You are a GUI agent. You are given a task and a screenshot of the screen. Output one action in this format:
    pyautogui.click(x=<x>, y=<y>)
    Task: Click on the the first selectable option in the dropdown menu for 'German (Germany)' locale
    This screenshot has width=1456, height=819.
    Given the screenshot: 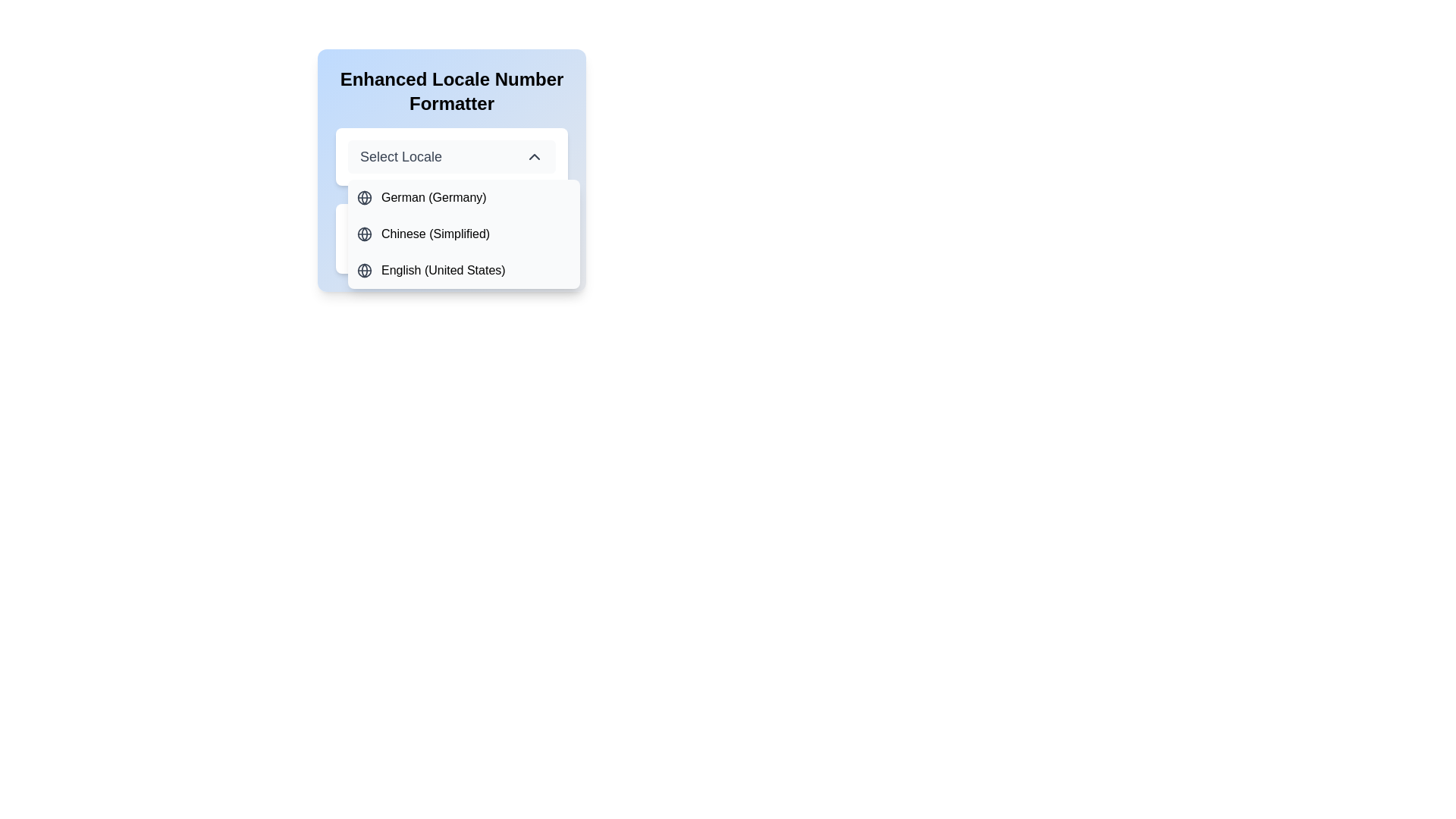 What is the action you would take?
    pyautogui.click(x=463, y=197)
    